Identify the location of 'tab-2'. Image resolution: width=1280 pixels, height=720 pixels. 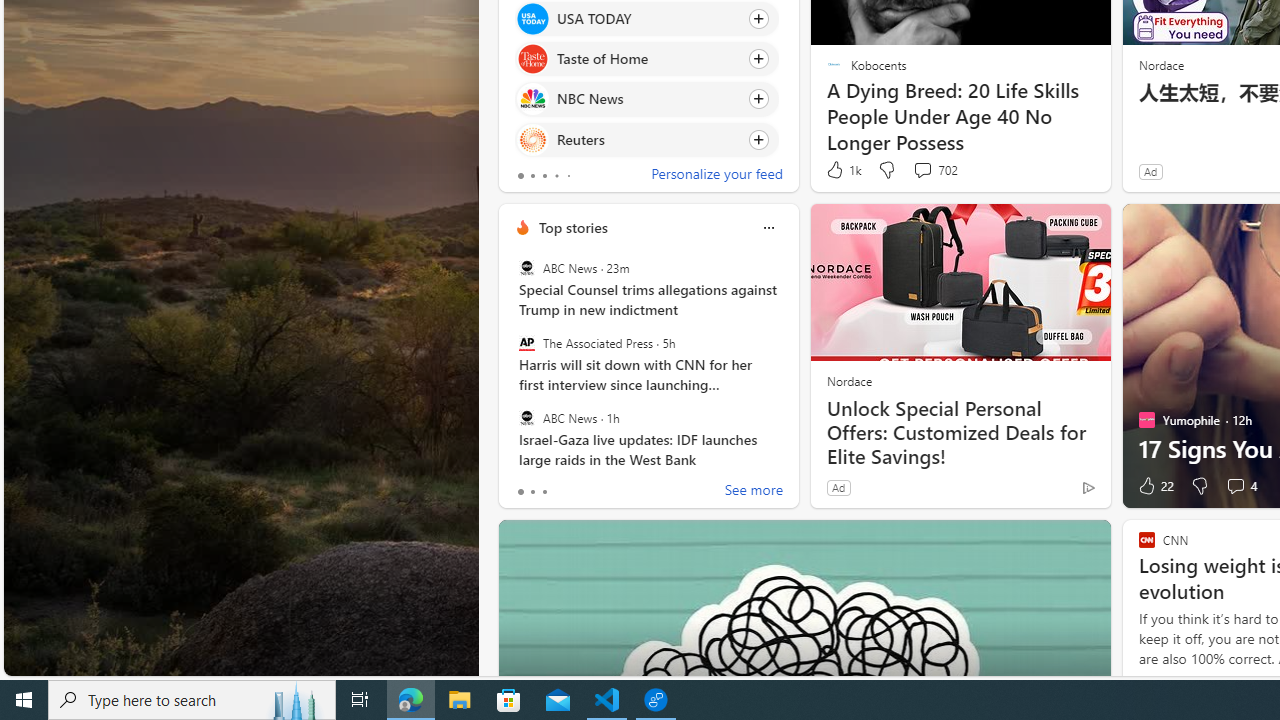
(544, 492).